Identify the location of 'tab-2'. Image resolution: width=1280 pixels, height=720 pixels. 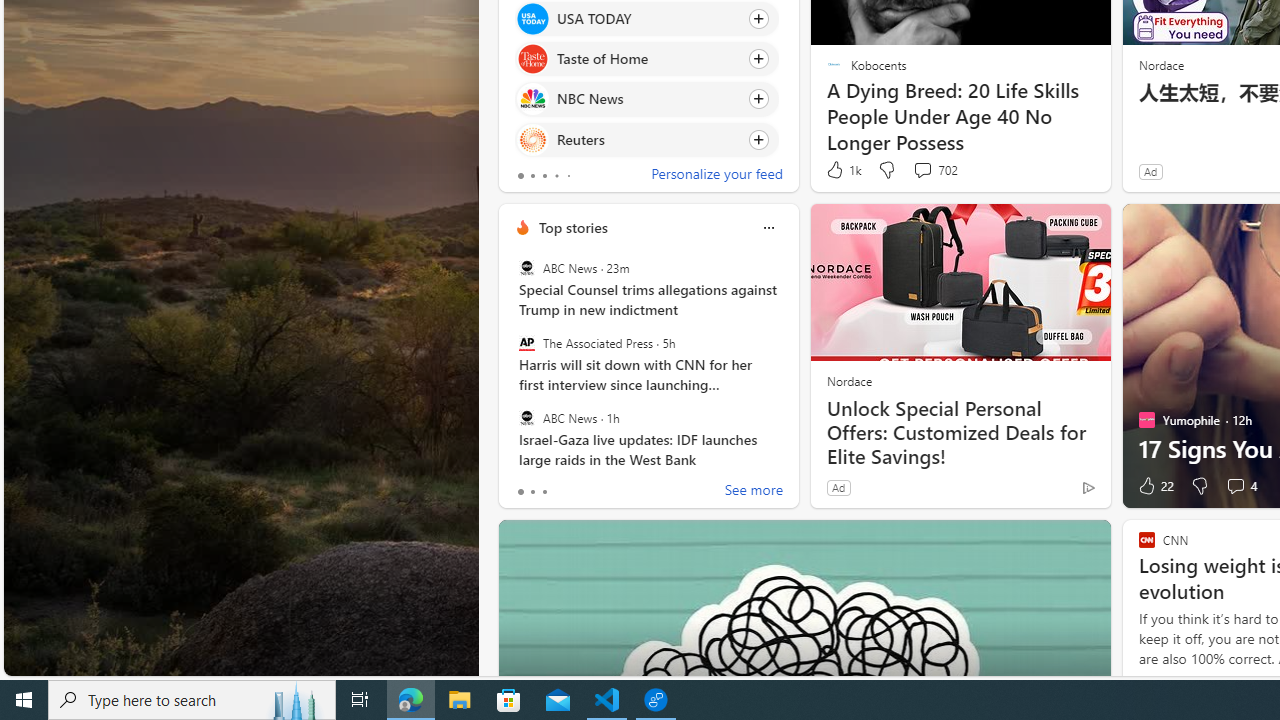
(544, 492).